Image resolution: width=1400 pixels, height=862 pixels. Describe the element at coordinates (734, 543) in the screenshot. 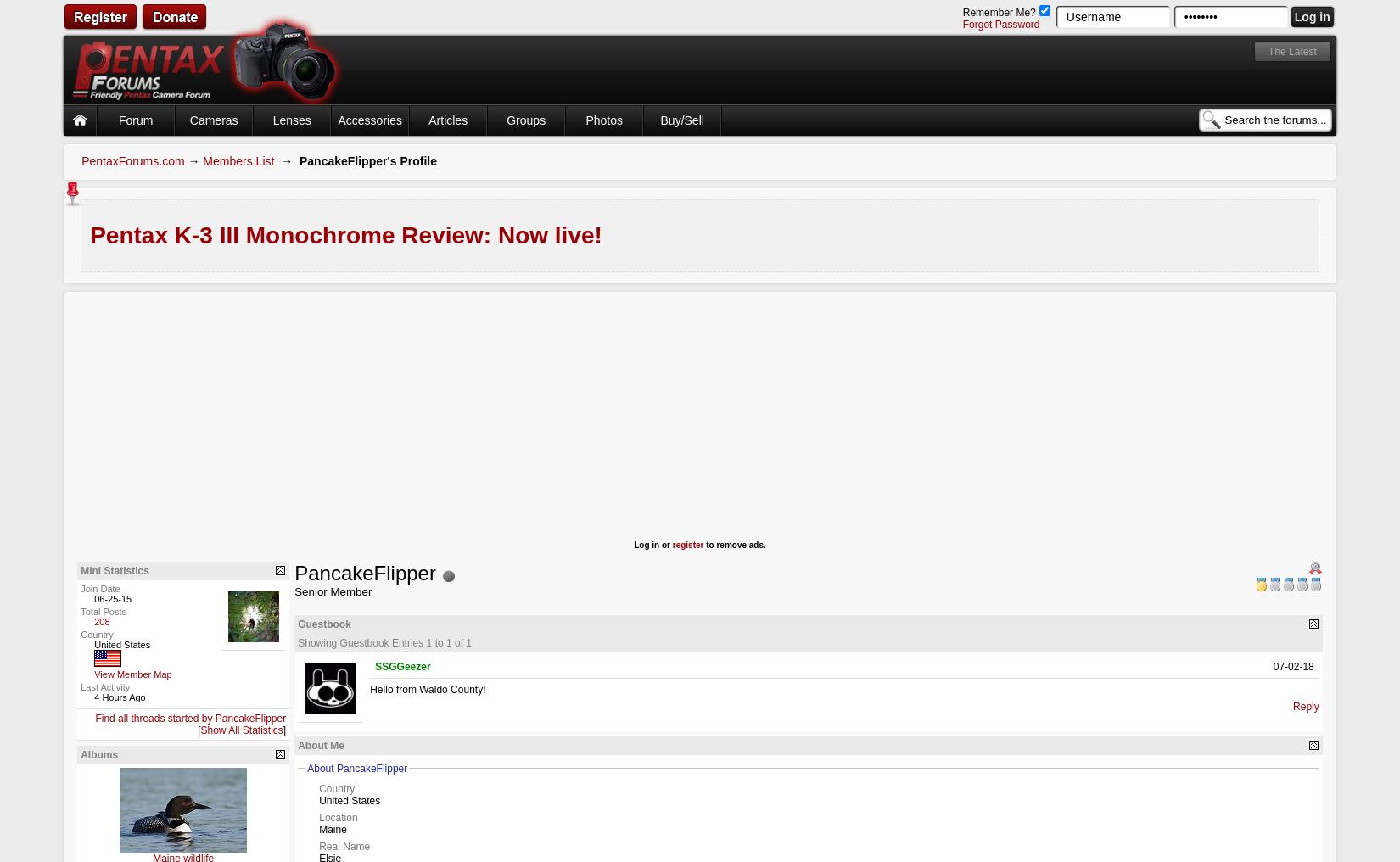

I see `'to remove ads.'` at that location.